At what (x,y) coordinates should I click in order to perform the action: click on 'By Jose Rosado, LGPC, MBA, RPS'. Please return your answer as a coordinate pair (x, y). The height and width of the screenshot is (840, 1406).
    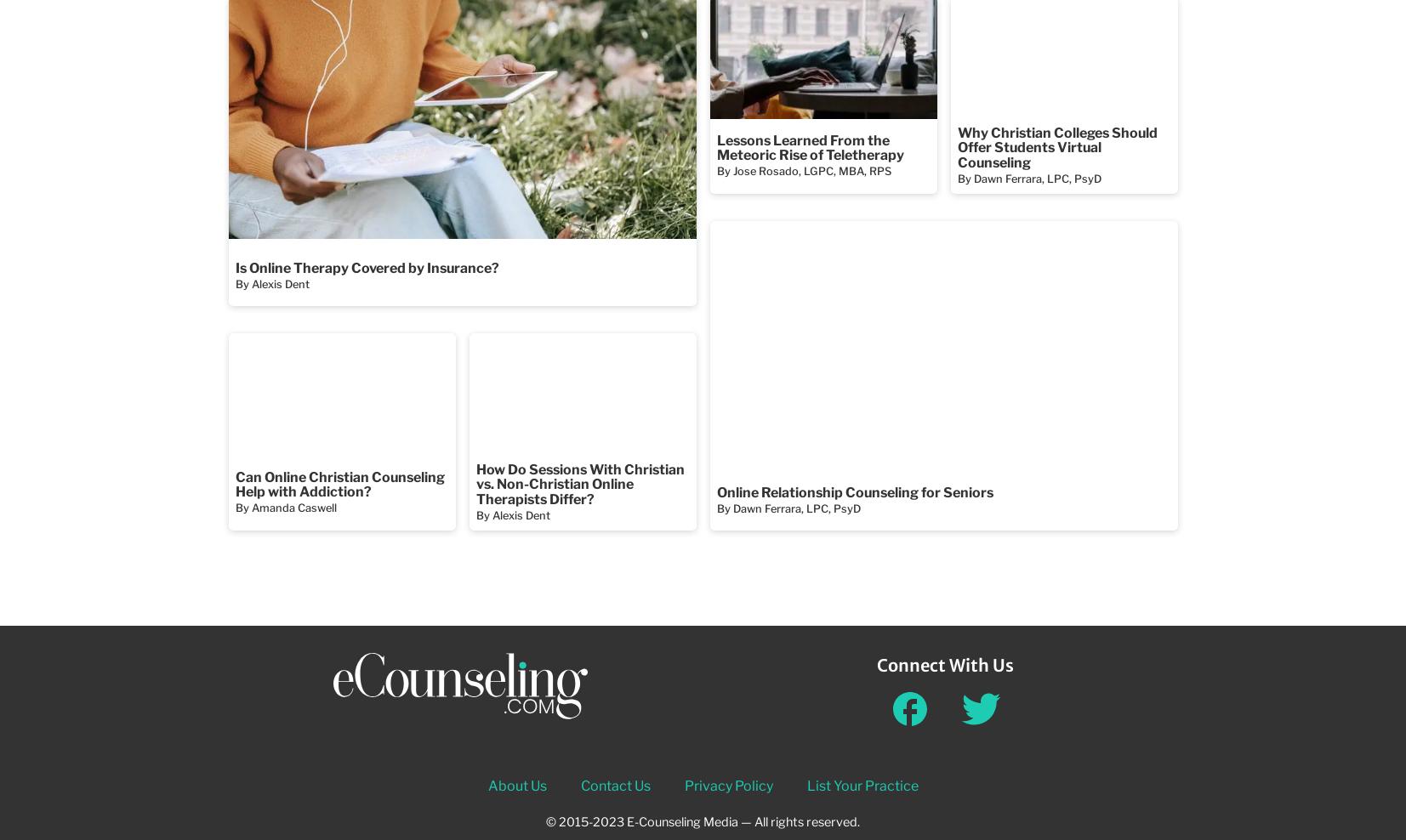
    Looking at the image, I should click on (803, 170).